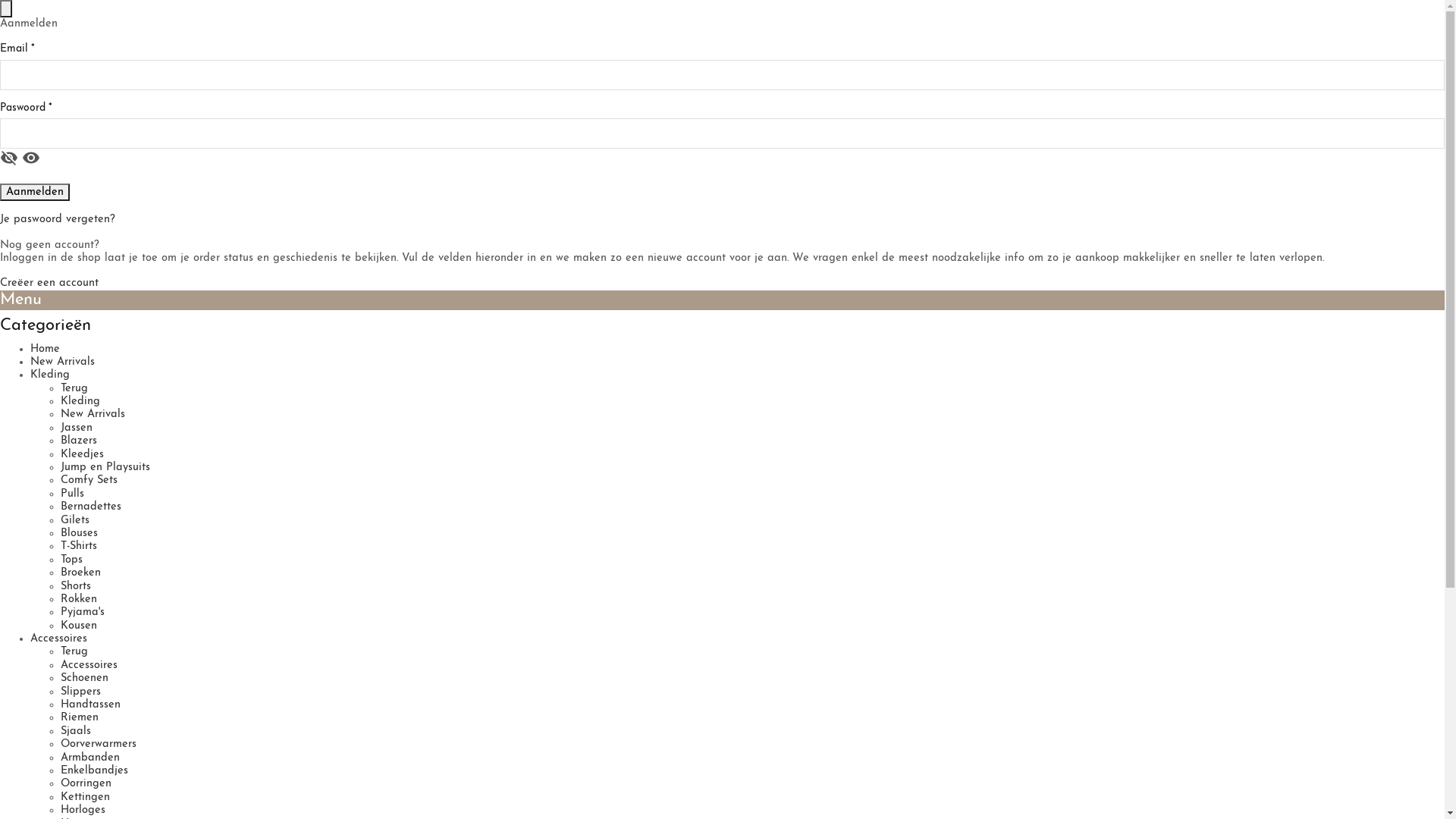 This screenshot has width=1456, height=819. I want to click on 'Aanmelden', so click(35, 191).